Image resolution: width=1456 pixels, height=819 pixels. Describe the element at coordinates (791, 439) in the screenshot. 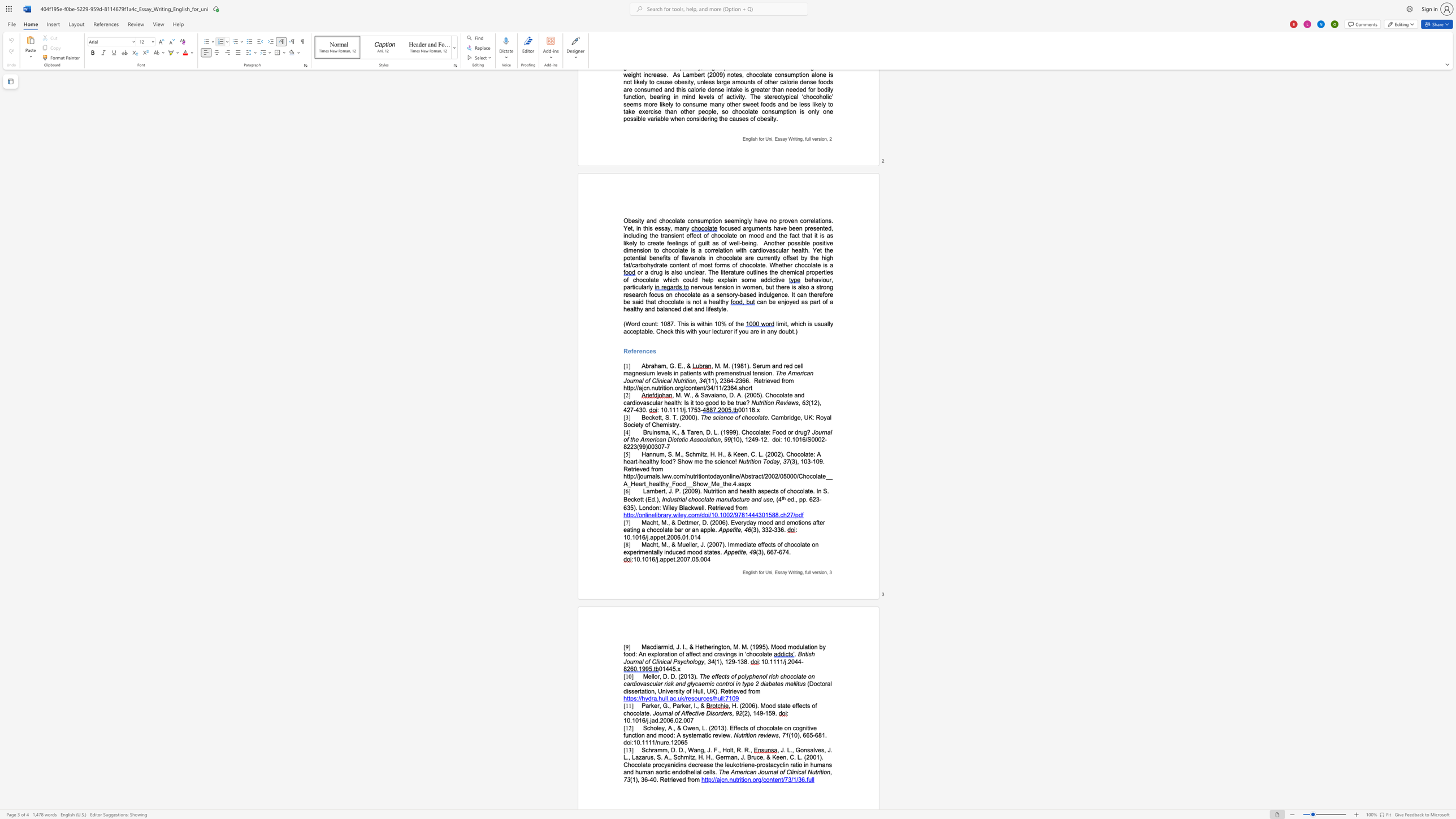

I see `the 1th character "." in the text` at that location.